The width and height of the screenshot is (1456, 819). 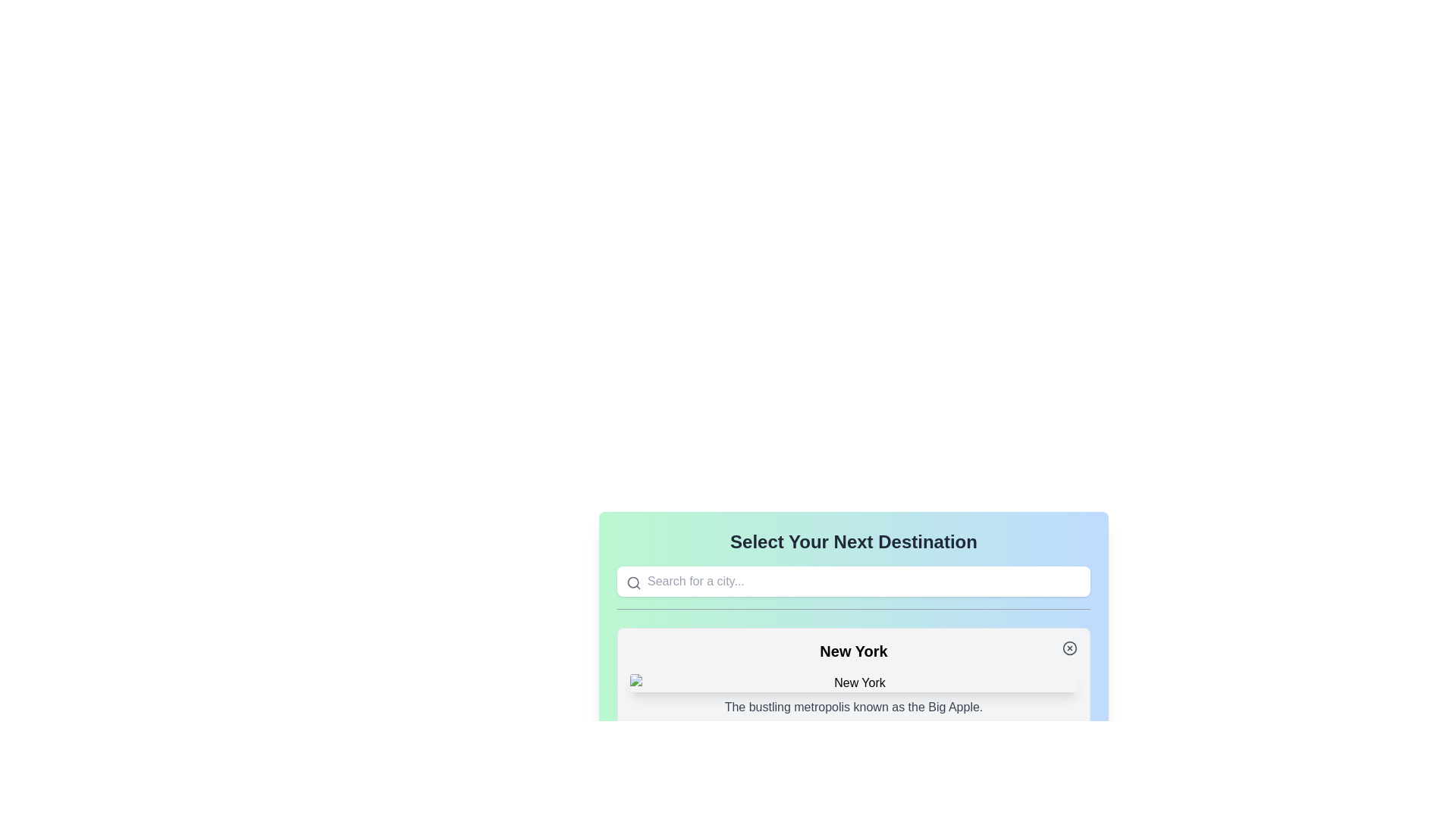 I want to click on the bold text label that reads 'New York', which is positioned centrally above a description of the city and appears in a large font size with extra bold weight, so click(x=854, y=651).